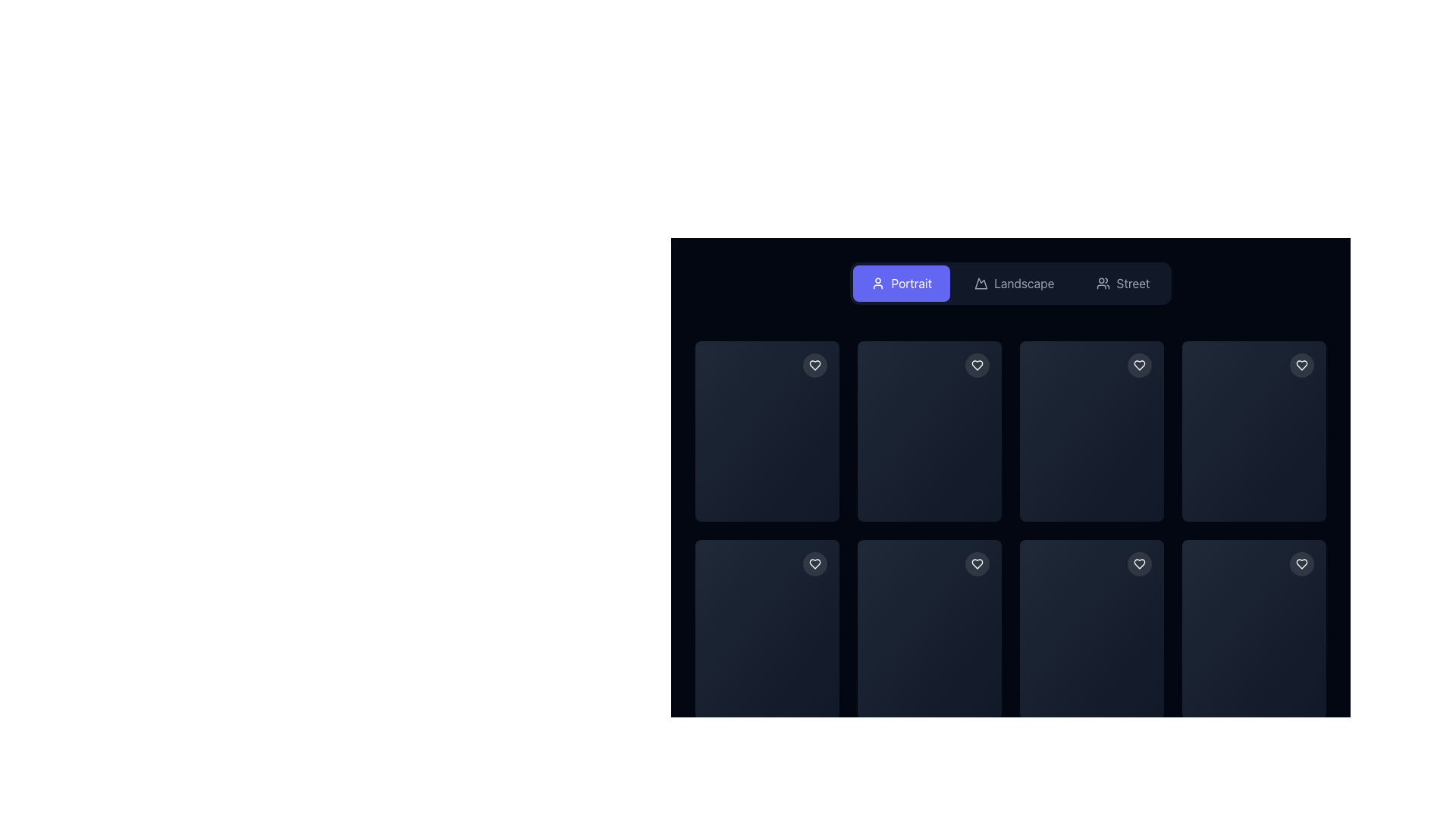 The width and height of the screenshot is (1456, 819). Describe the element at coordinates (1011, 284) in the screenshot. I see `the active 'Portrait' button in the button group` at that location.